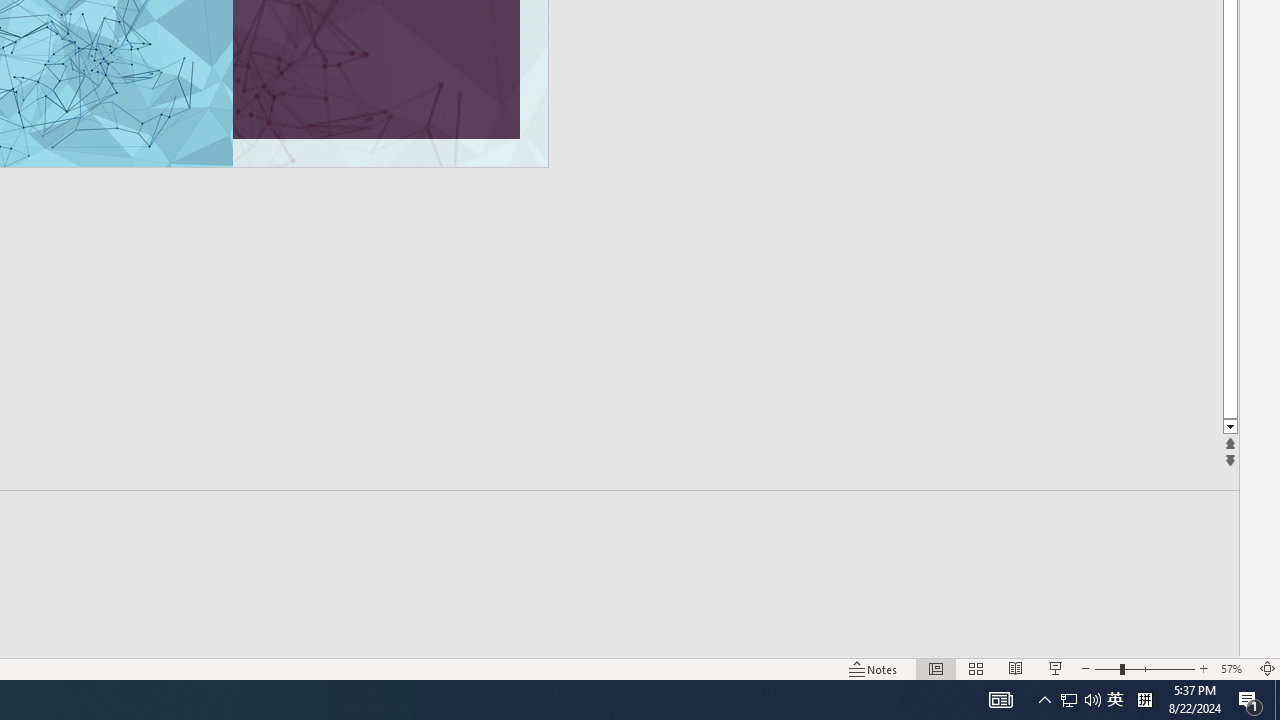 This screenshot has height=720, width=1280. I want to click on 'Reading View', so click(1015, 669).